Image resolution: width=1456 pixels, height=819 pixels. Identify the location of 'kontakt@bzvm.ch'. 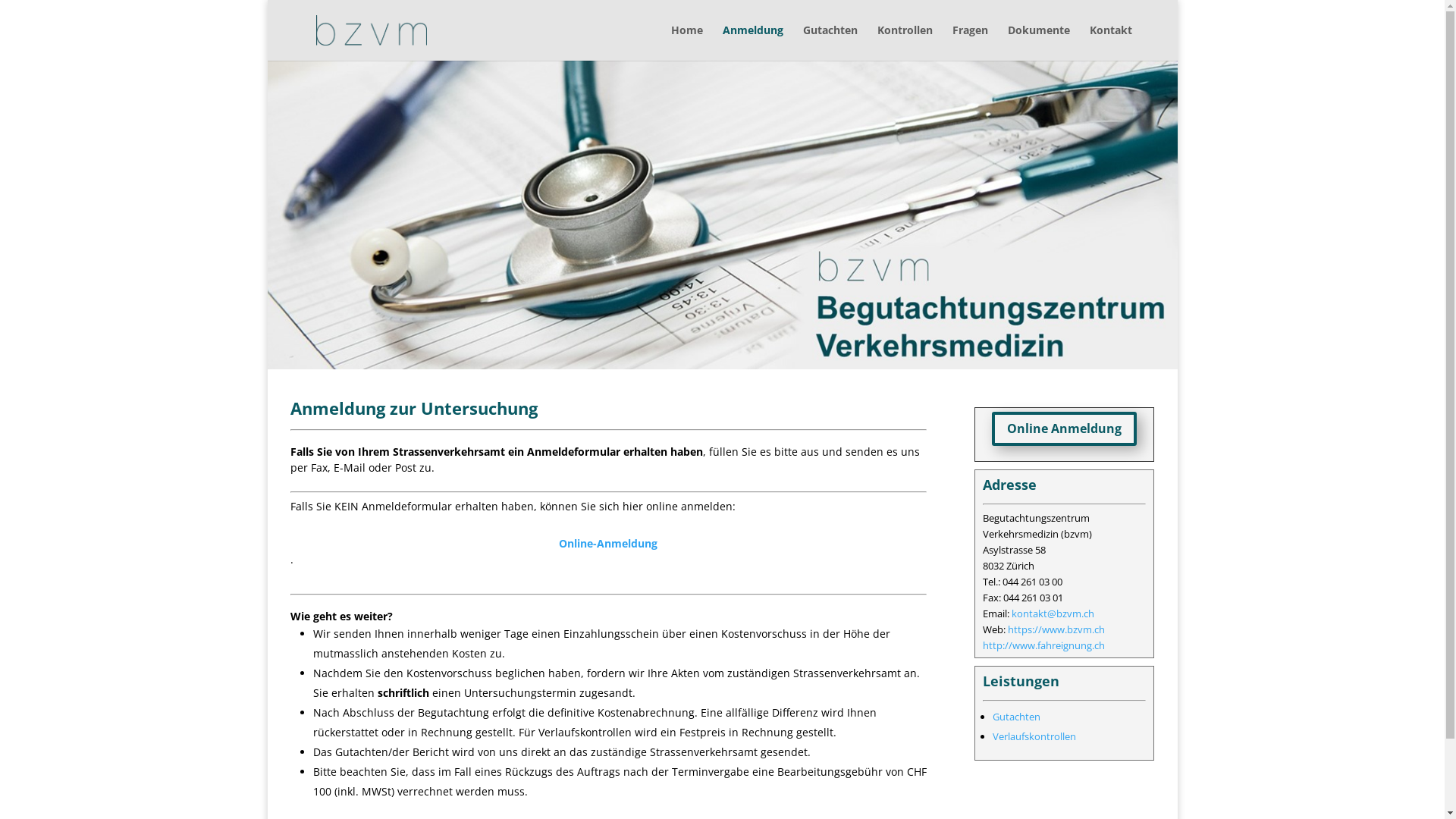
(1052, 613).